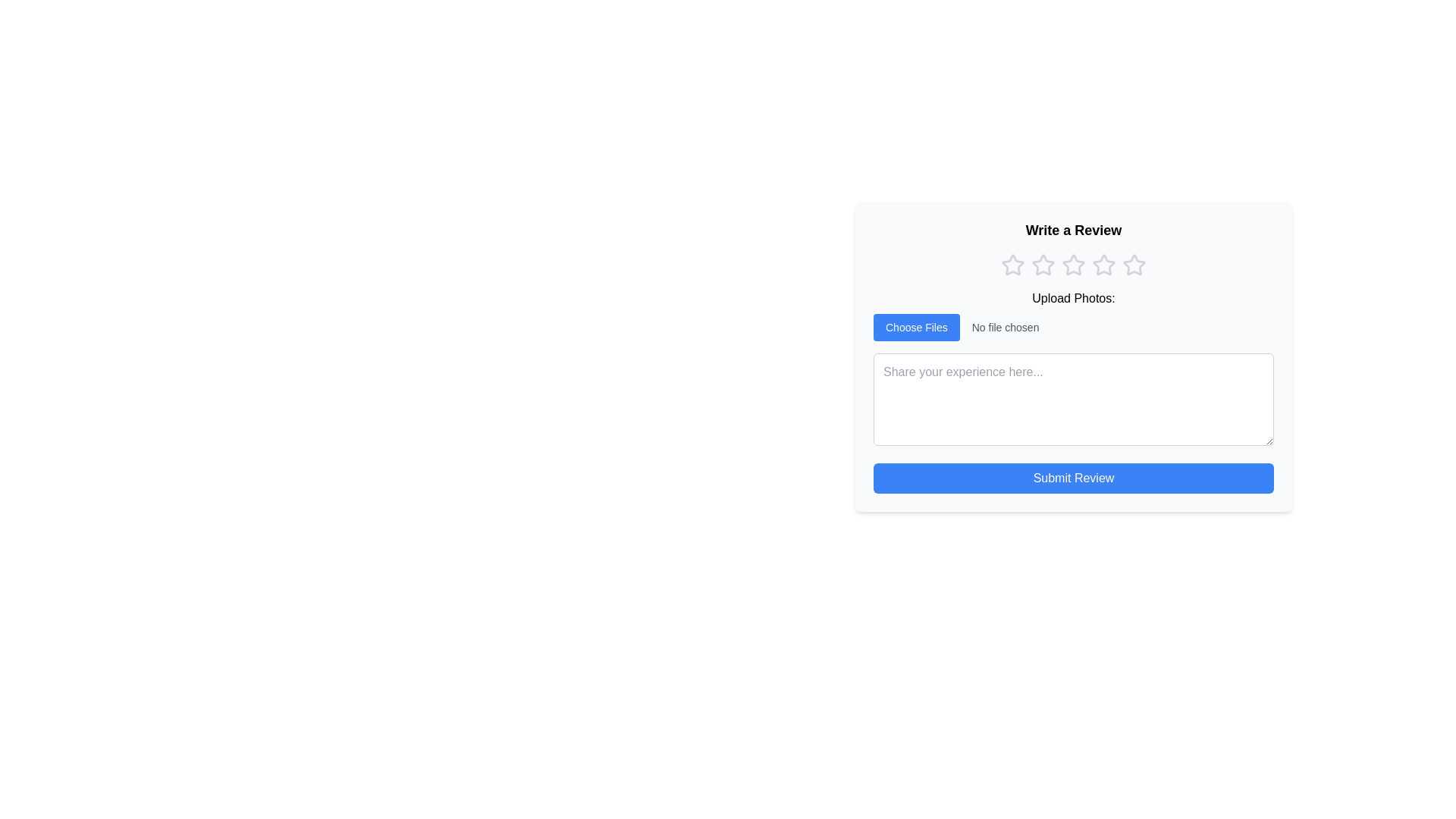 This screenshot has height=819, width=1456. I want to click on the gray hollow star icon, so click(1043, 265).